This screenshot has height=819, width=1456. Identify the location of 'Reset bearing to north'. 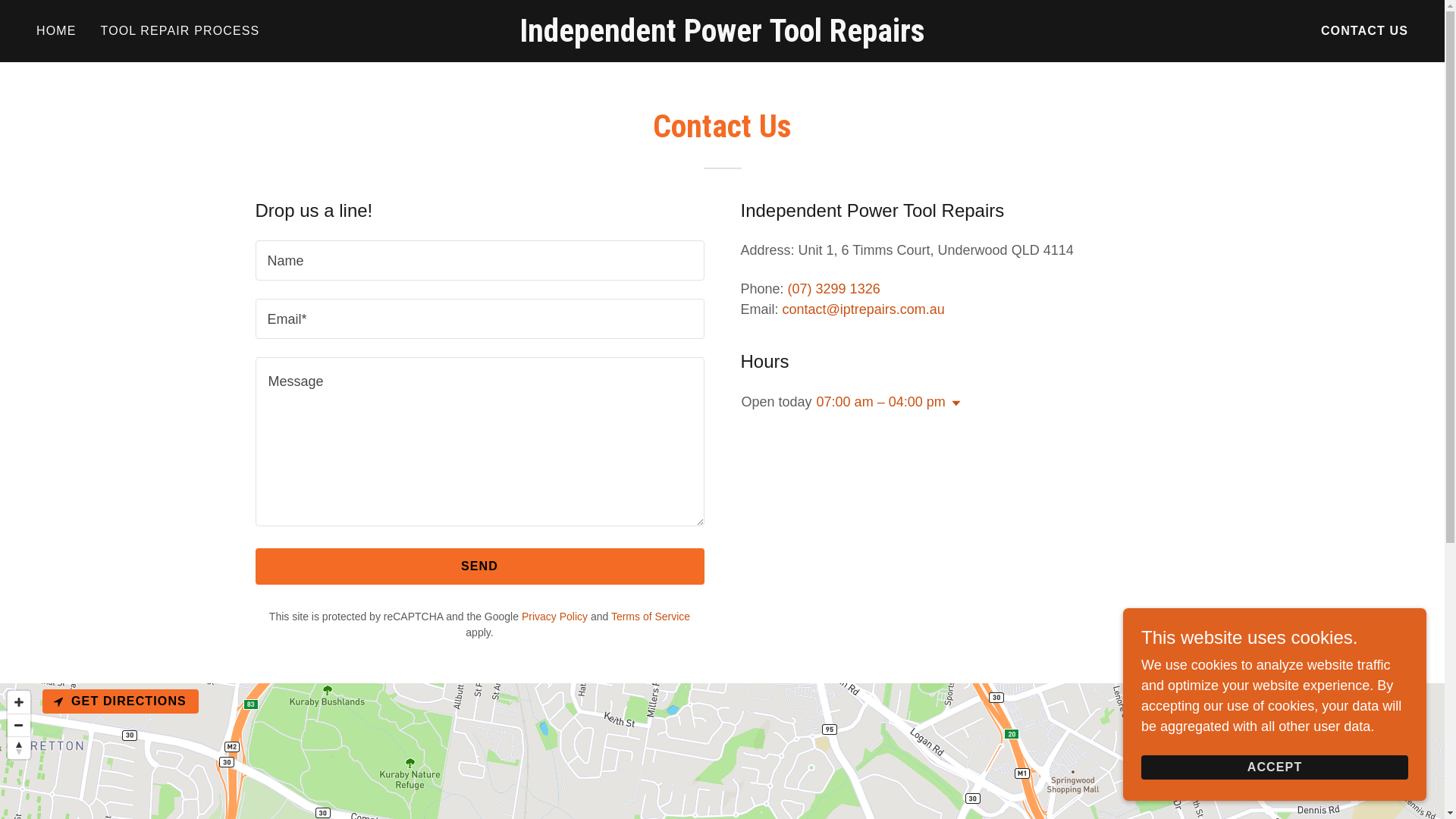
(18, 747).